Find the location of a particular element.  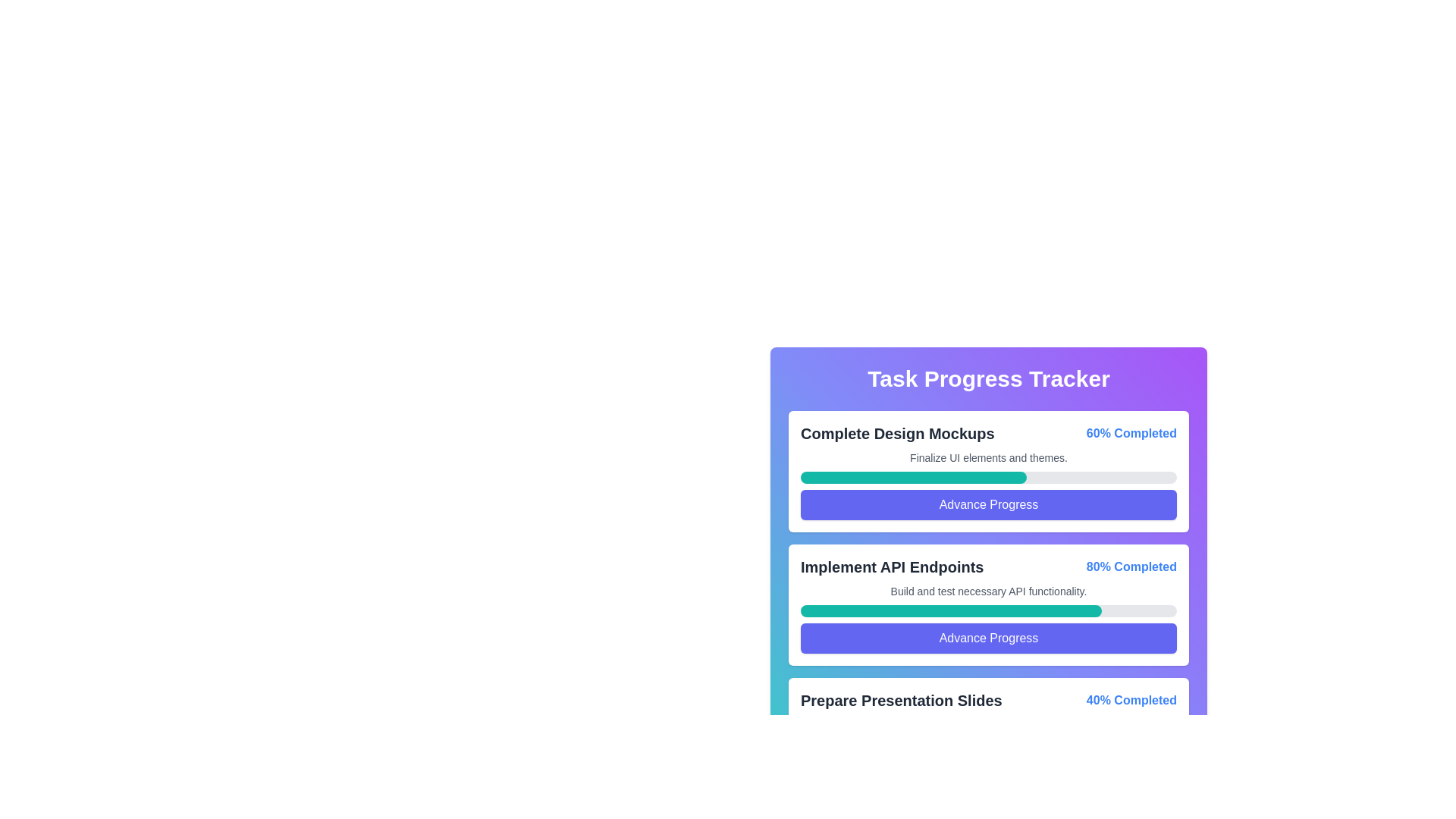

the button located centrally beneath the progress bar for the task 'Implement API Endpoints' to advance the progress is located at coordinates (989, 638).